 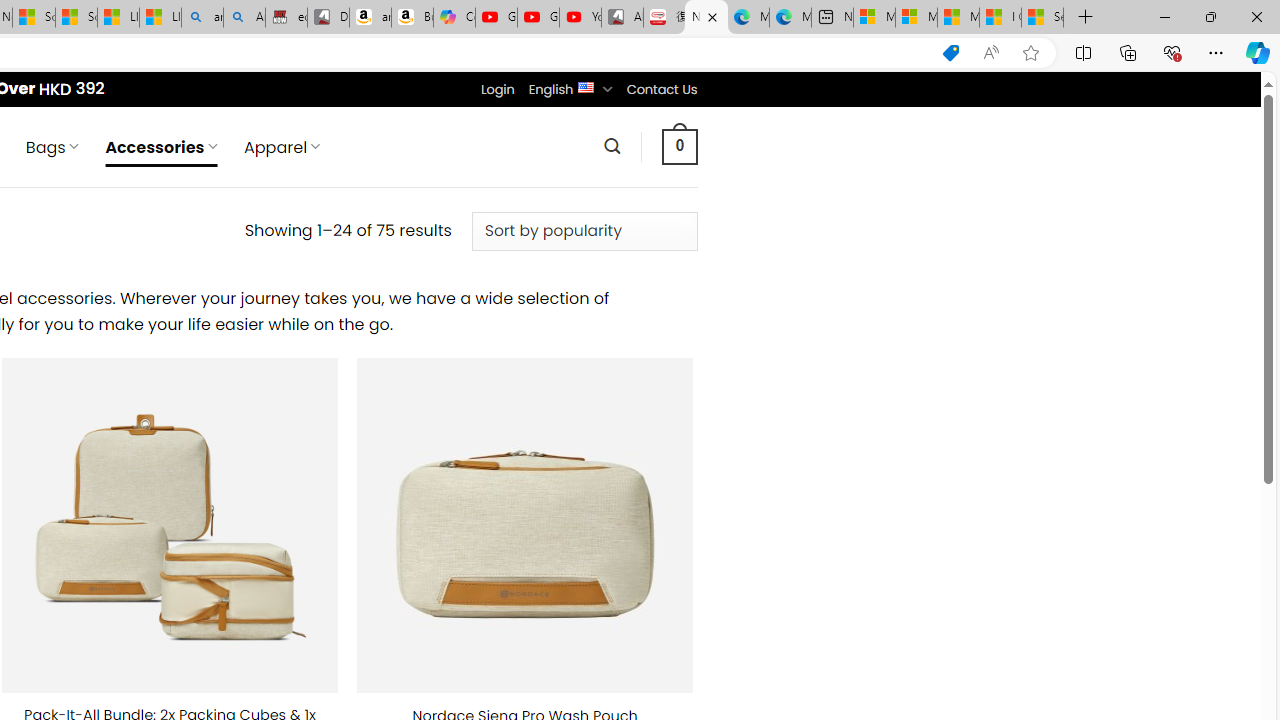 I want to click on 'Copilot', so click(x=453, y=17).